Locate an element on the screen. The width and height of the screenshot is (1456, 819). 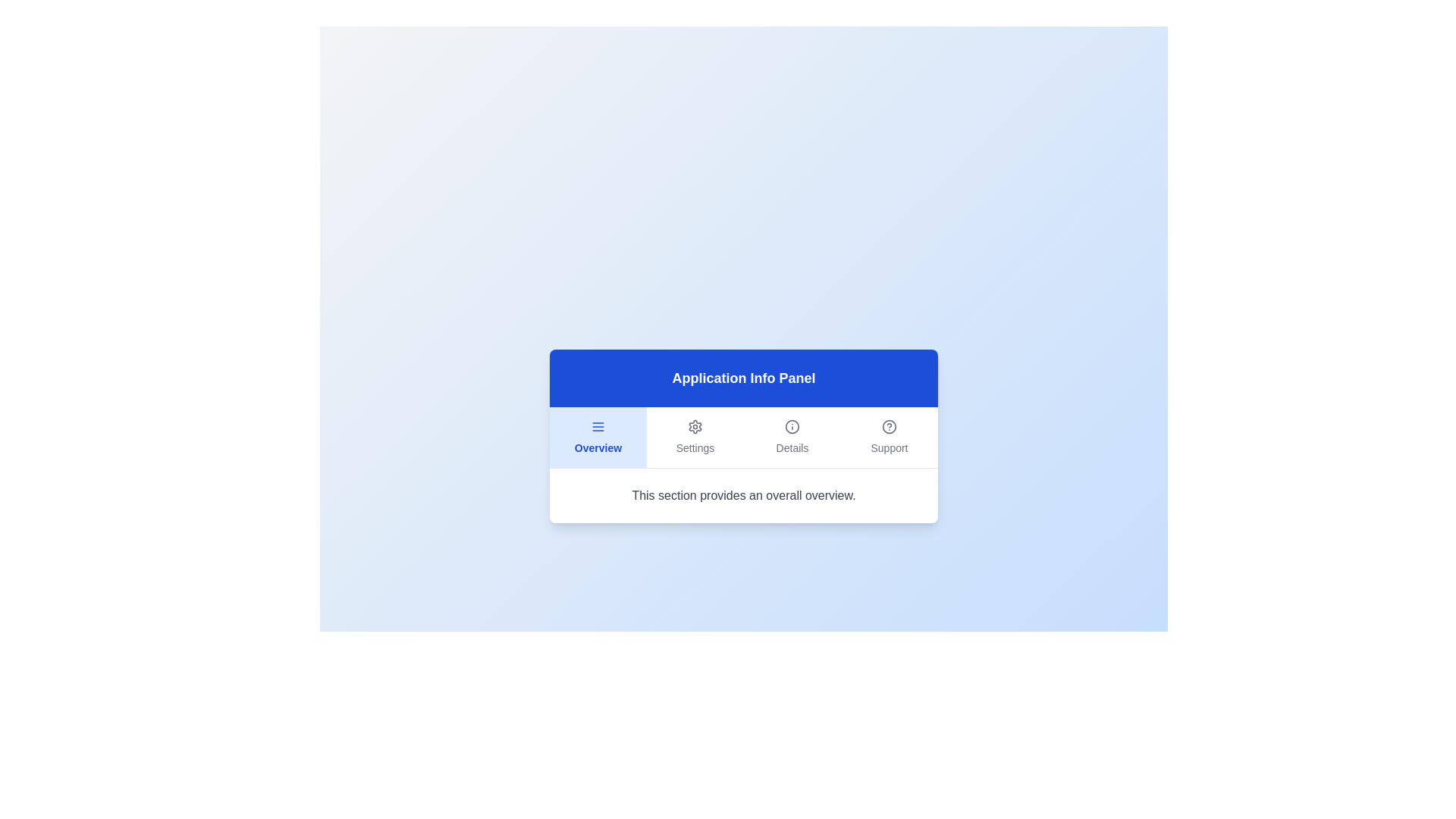
the Support tab by clicking on it is located at coordinates (889, 437).